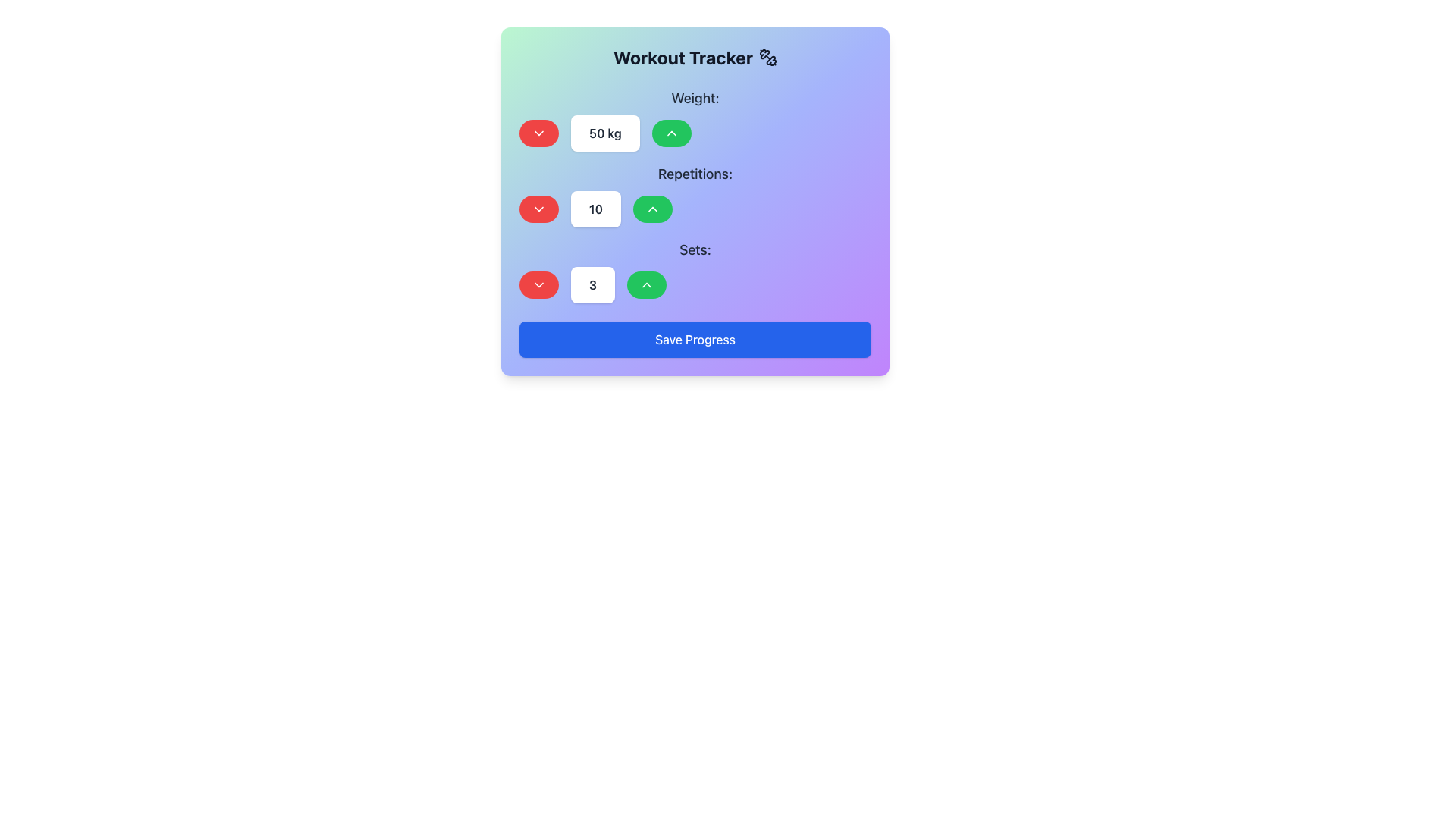 Image resolution: width=1456 pixels, height=819 pixels. I want to click on displayed value from the rectangular number display showing '10' in bold black text, which is centered on a white background with rounded corners, so click(595, 209).